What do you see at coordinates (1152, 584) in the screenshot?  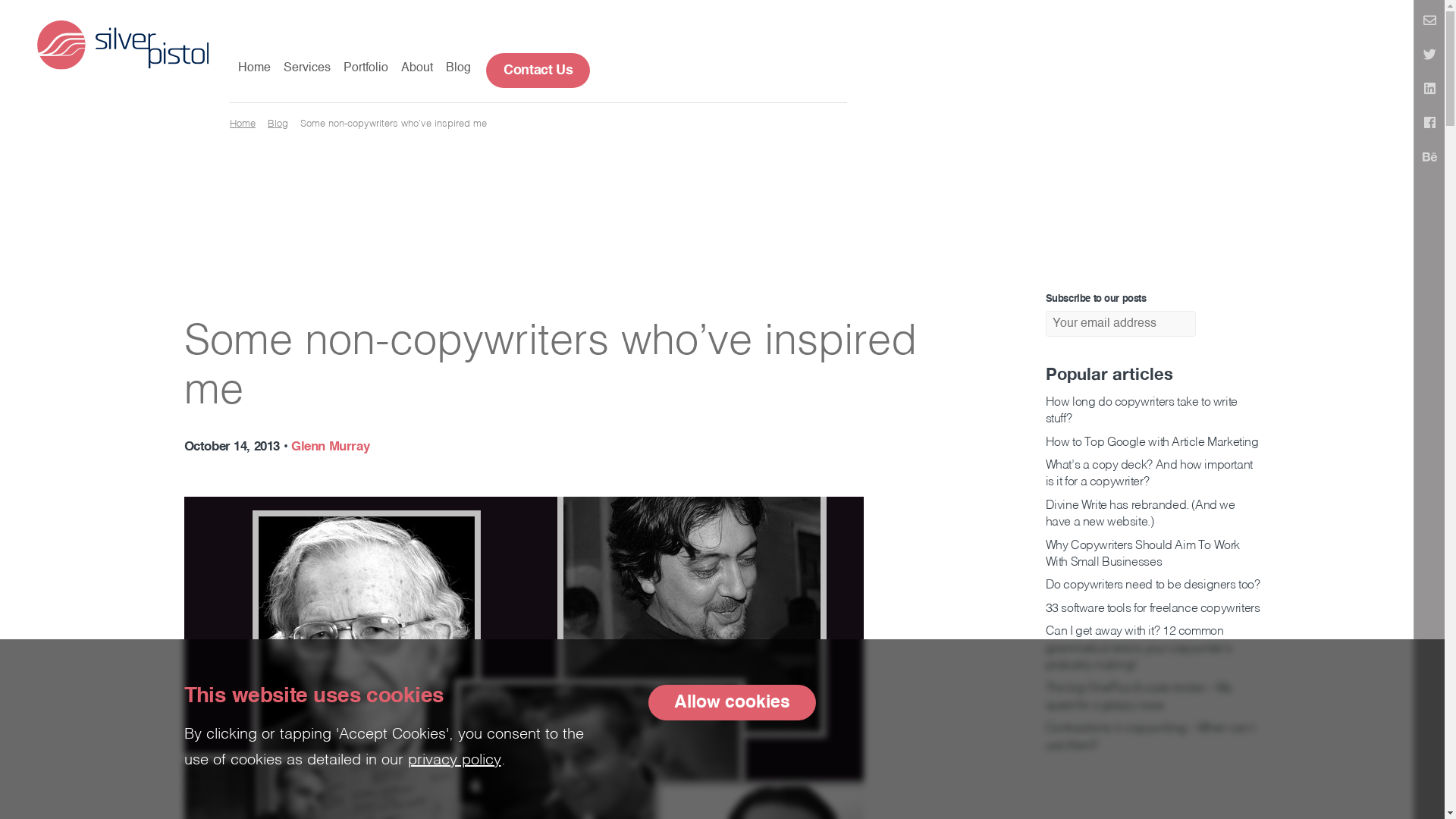 I see `'Do copywriters need to be designers too?'` at bounding box center [1152, 584].